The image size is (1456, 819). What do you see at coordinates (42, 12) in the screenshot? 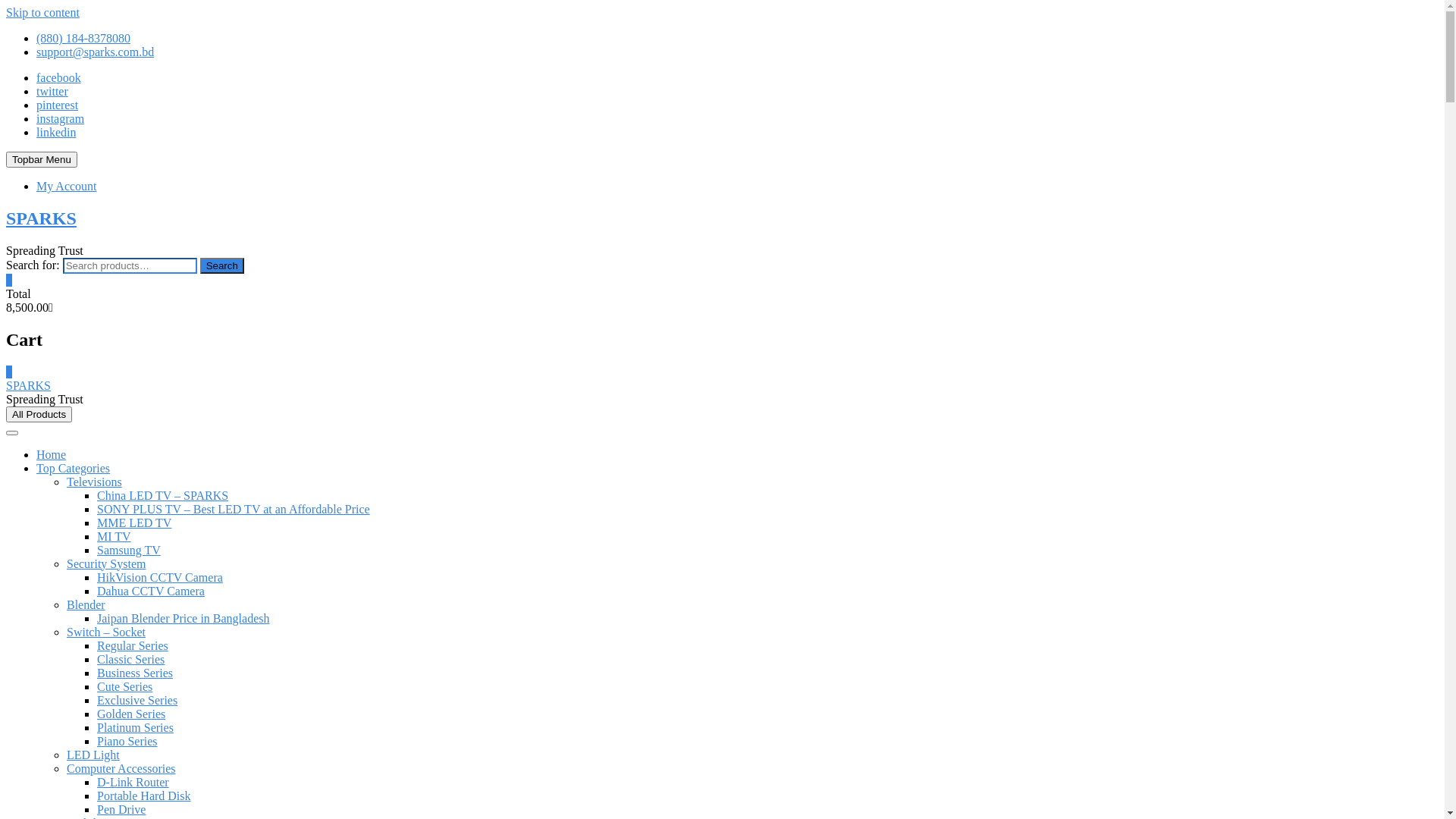
I see `'Skip to content'` at bounding box center [42, 12].